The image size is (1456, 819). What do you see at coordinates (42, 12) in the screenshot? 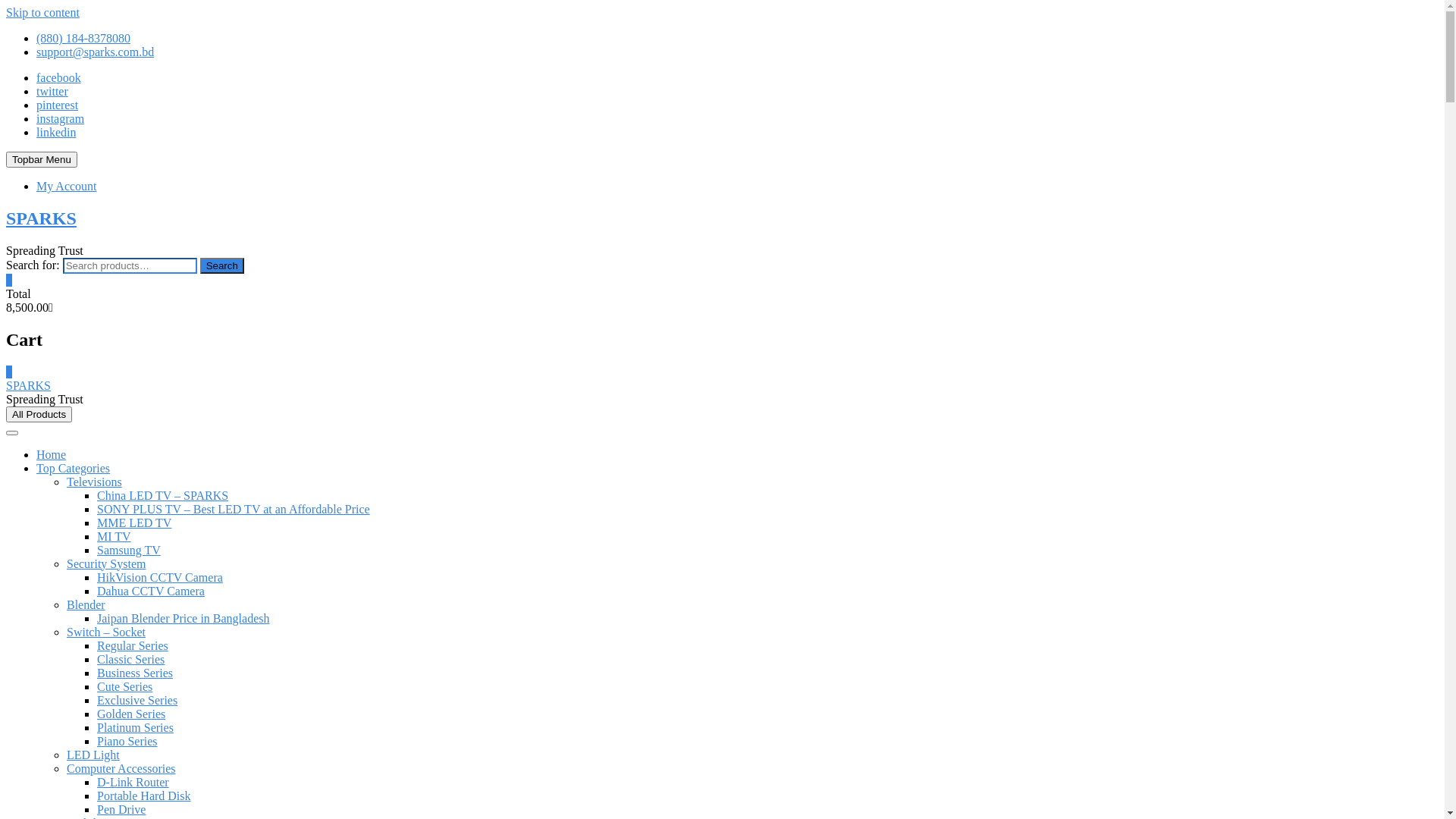
I see `'Skip to content'` at bounding box center [42, 12].